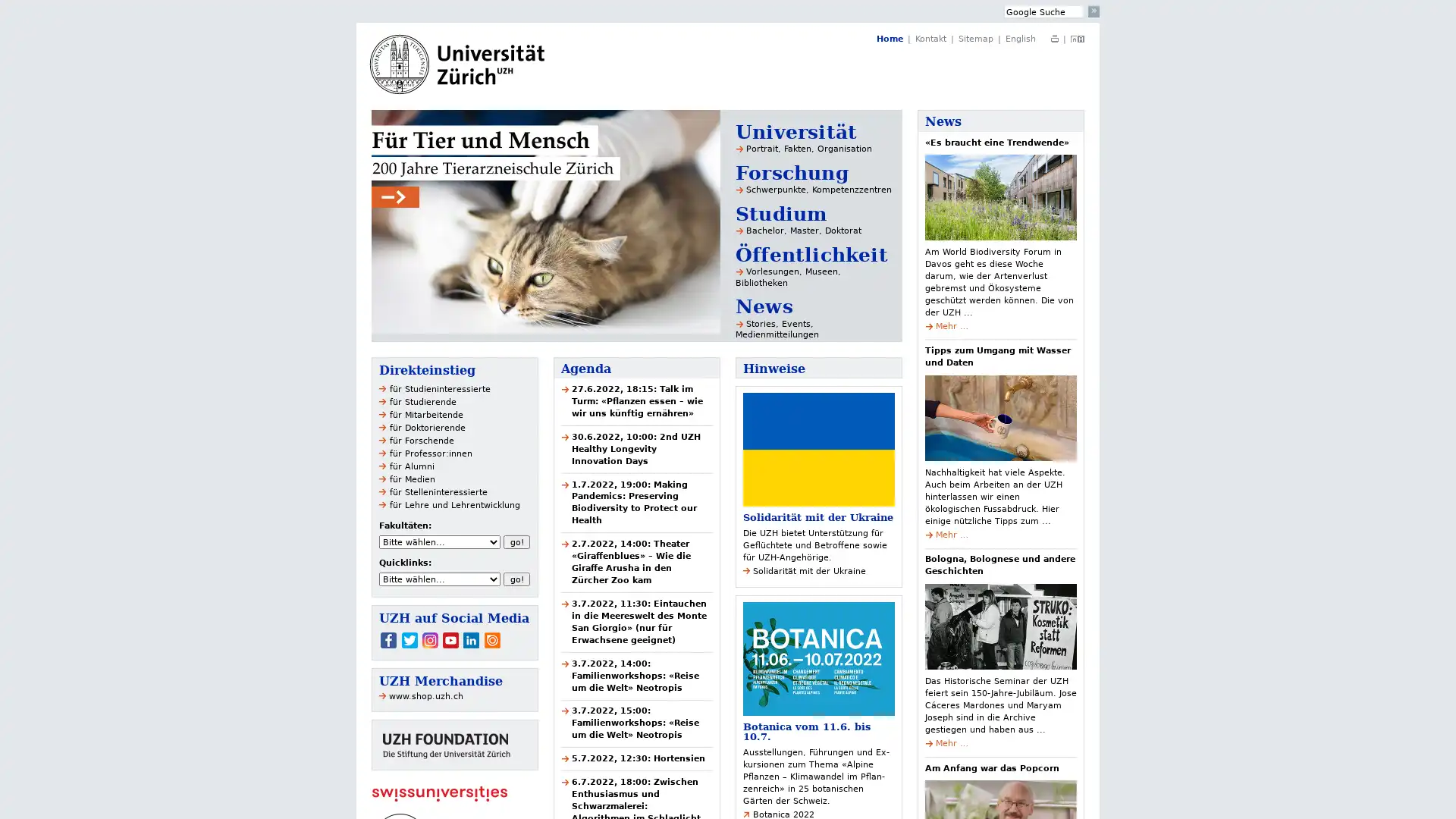 This screenshot has height=819, width=1456. What do you see at coordinates (516, 541) in the screenshot?
I see `go!` at bounding box center [516, 541].